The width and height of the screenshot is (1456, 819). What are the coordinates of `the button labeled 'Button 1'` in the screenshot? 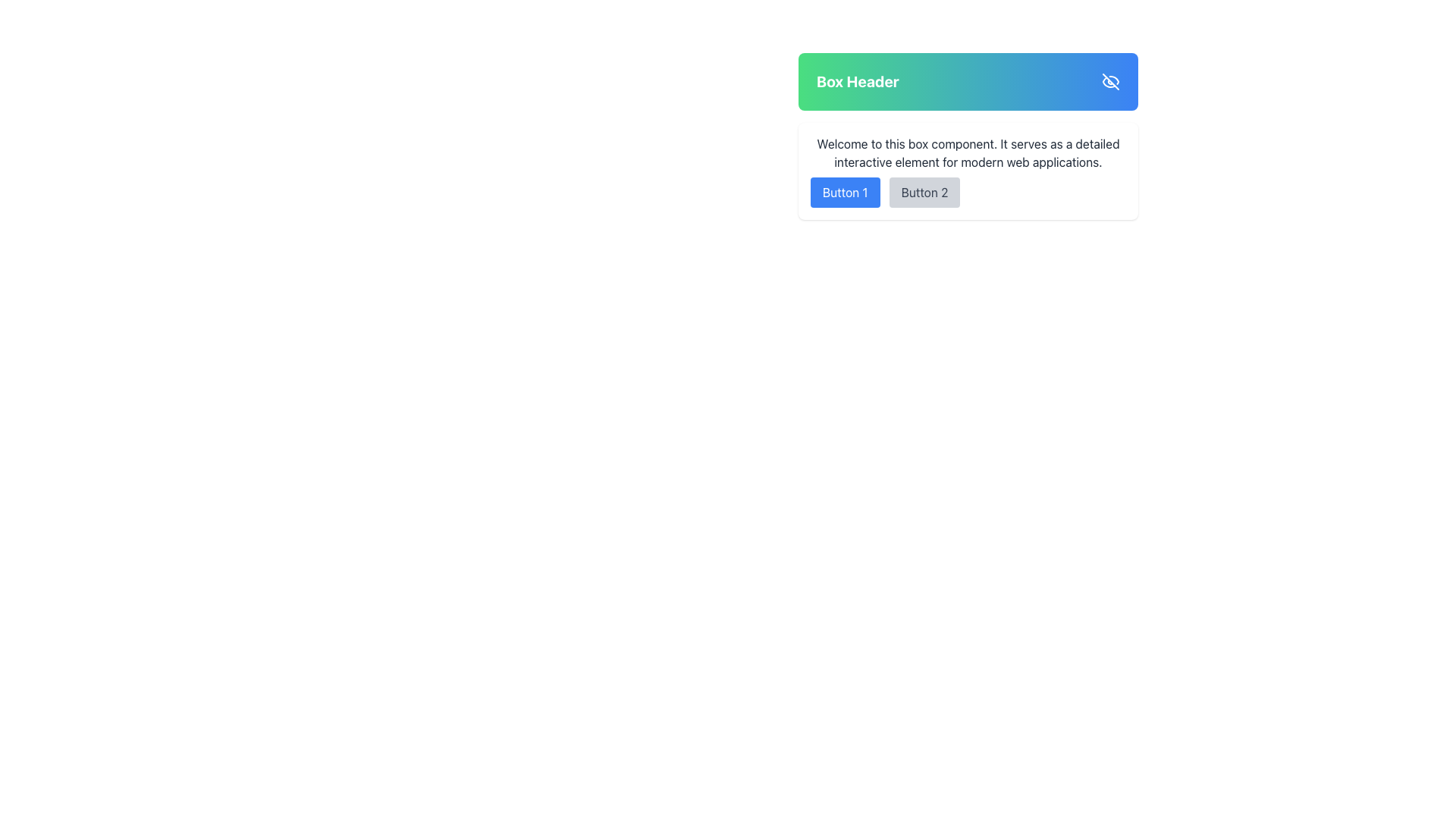 It's located at (844, 192).